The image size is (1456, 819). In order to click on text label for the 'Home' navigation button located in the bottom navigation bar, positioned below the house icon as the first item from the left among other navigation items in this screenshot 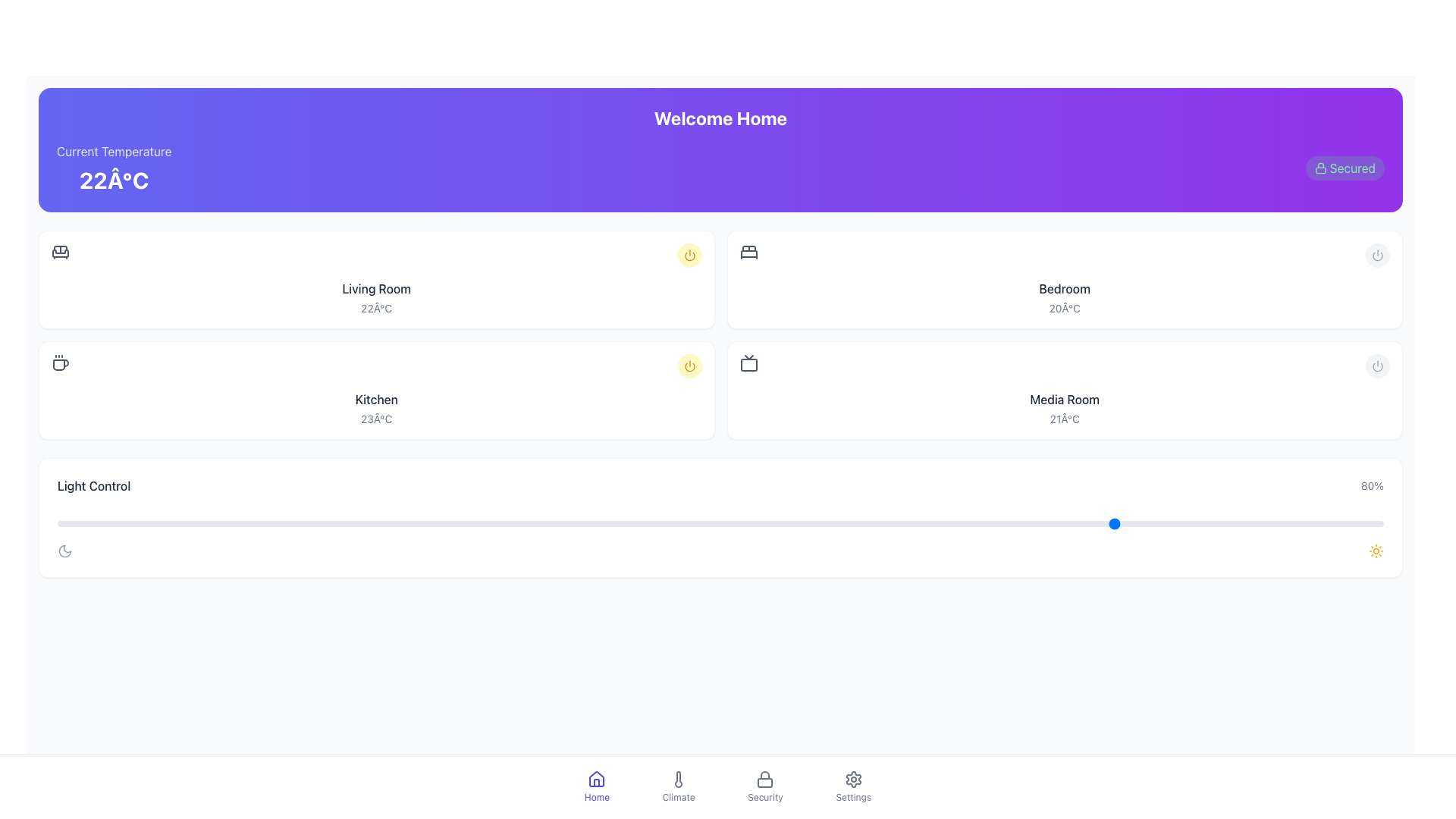, I will do `click(596, 797)`.